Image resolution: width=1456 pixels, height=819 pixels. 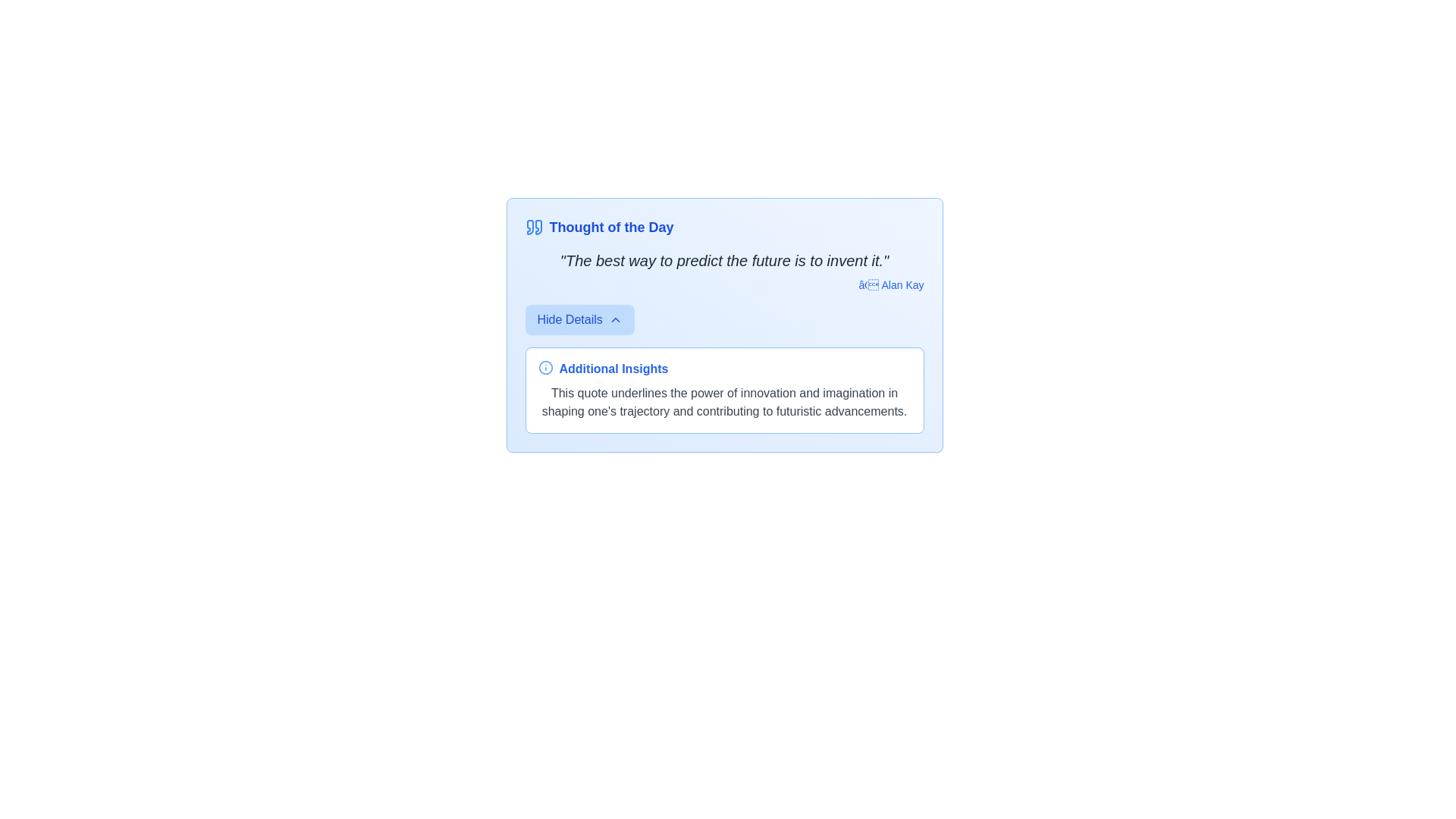 I want to click on the upward-pointing chevron icon located to the right of the 'Hide Details' button, so click(x=615, y=318).